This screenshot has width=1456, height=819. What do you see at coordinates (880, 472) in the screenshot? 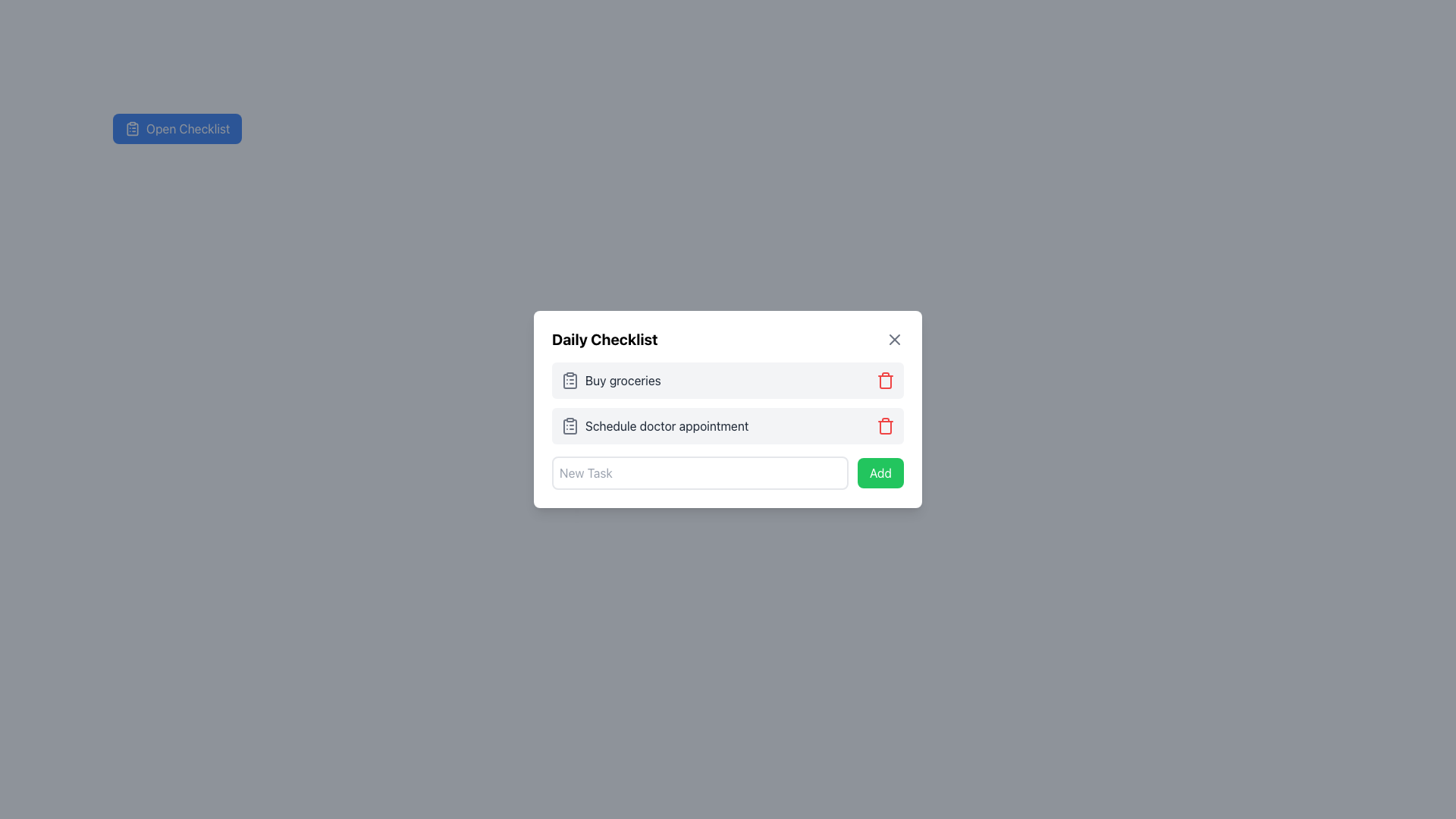
I see `the 'Add Task' button located at the bottom right of the centered modal dialog box` at bounding box center [880, 472].